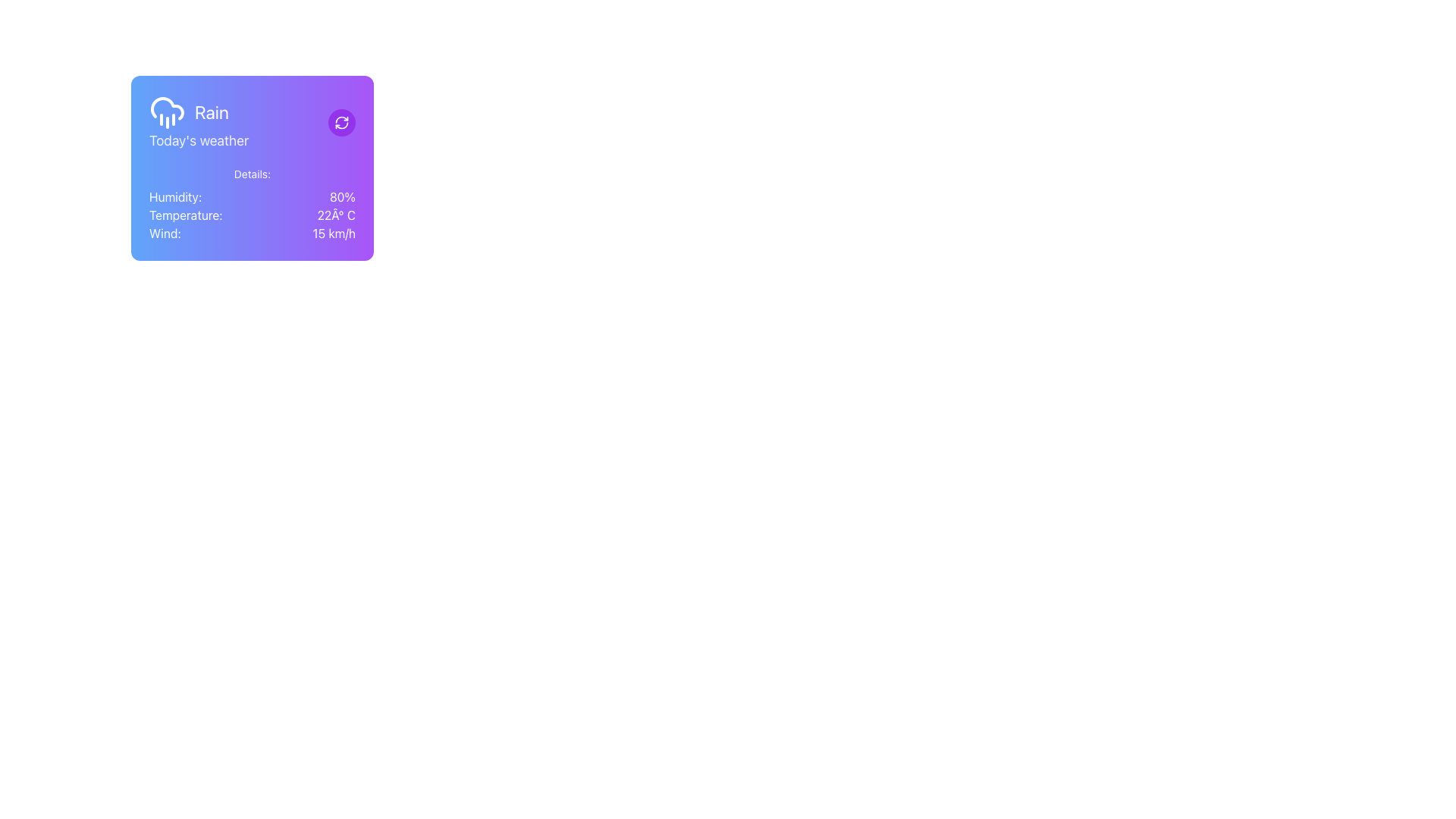  I want to click on the refresh icon button, which is a white outlined graphic with arrows in a circular motion on a purple circular background, located at the top-right corner of the weather information card, to refresh the weather data, so click(341, 122).